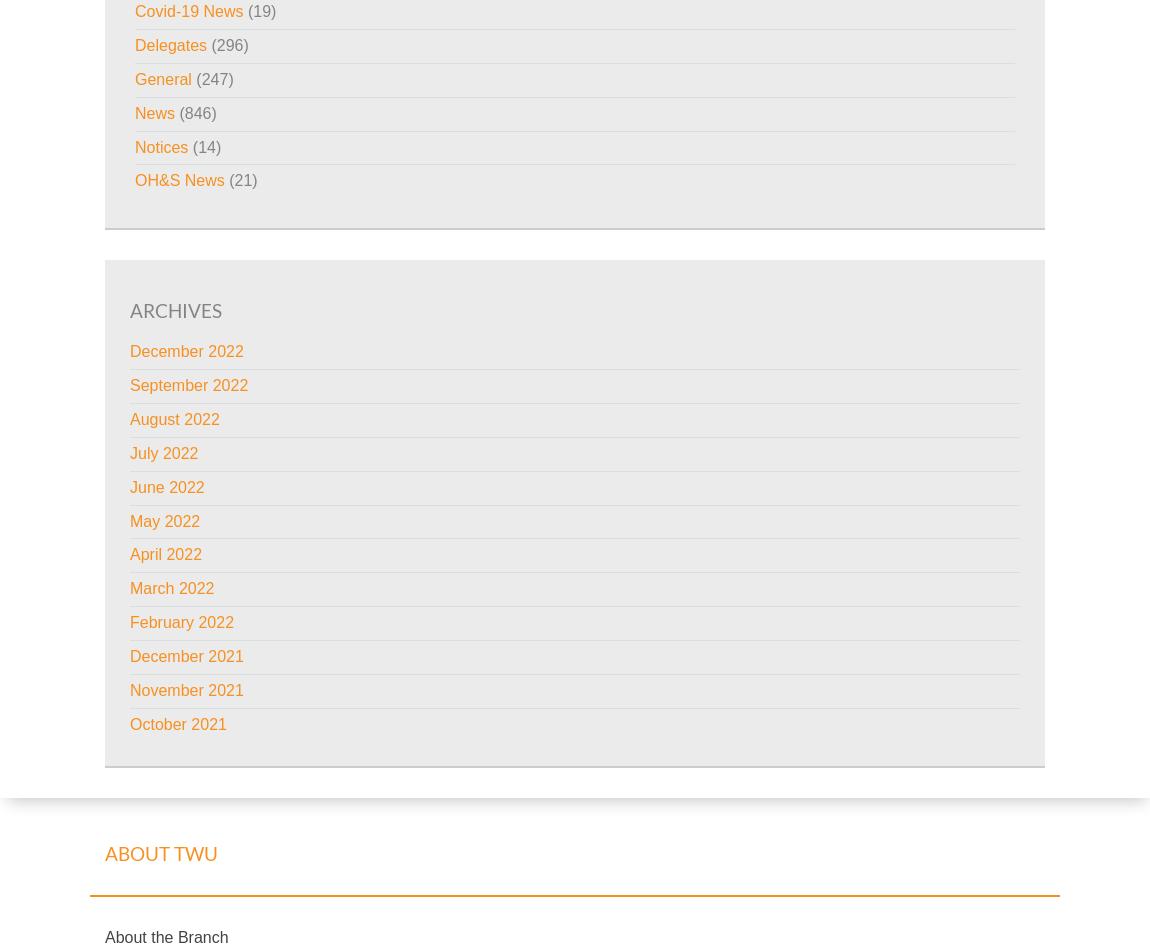  I want to click on 'April 2022', so click(128, 553).